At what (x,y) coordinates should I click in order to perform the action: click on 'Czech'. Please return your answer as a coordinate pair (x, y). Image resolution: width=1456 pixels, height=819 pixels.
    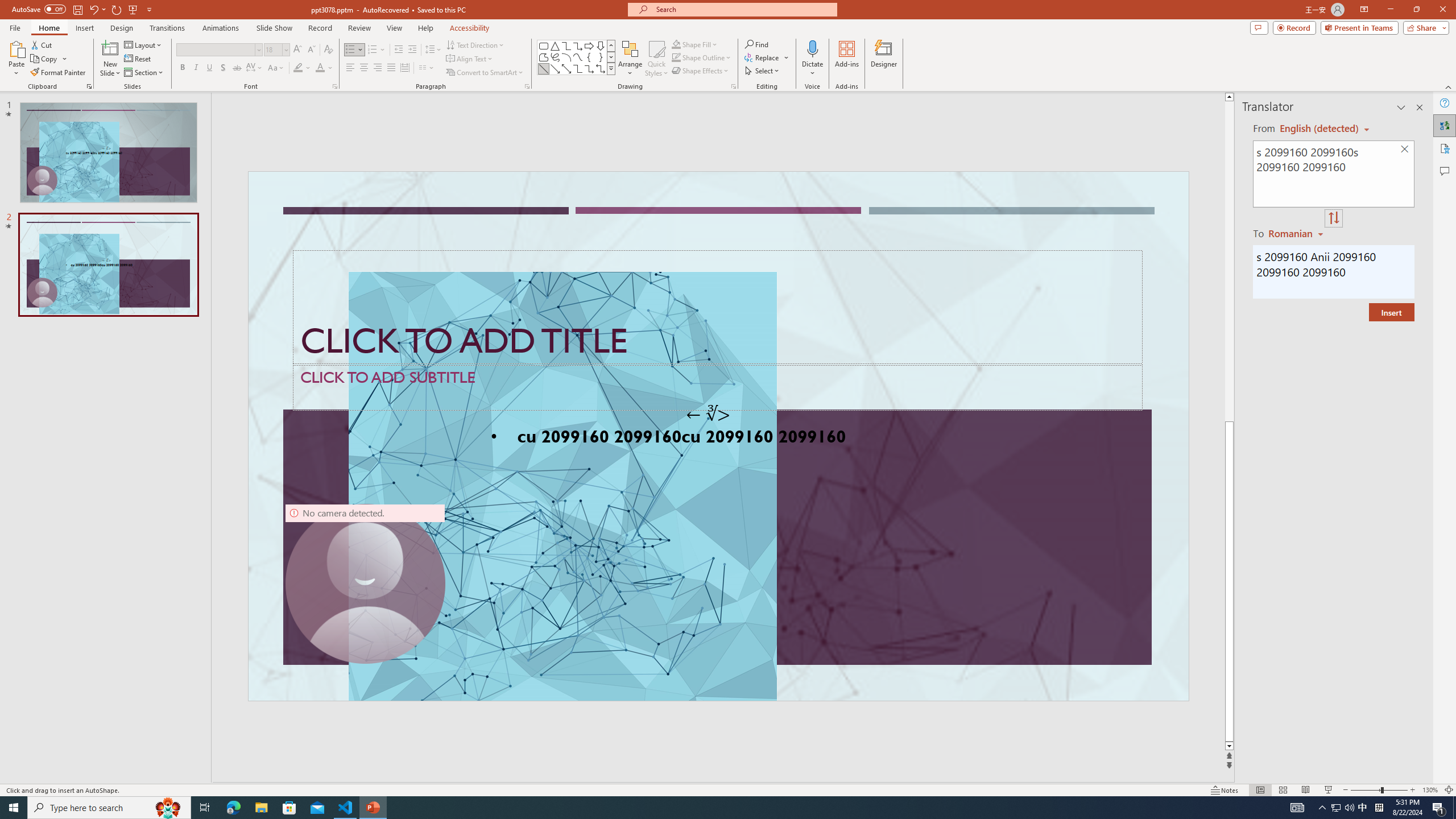
    Looking at the image, I should click on (1296, 233).